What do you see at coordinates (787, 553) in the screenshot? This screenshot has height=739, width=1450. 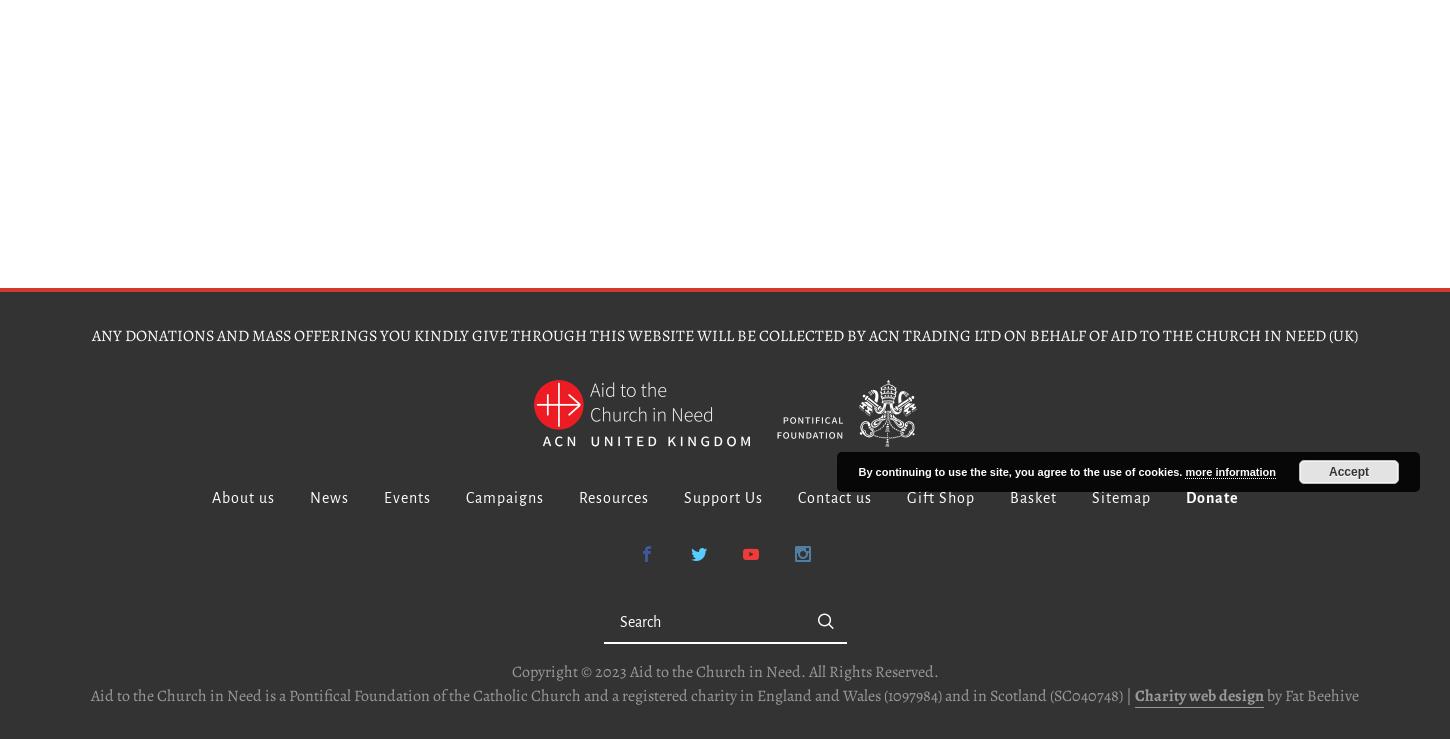 I see `'youtube'` at bounding box center [787, 553].